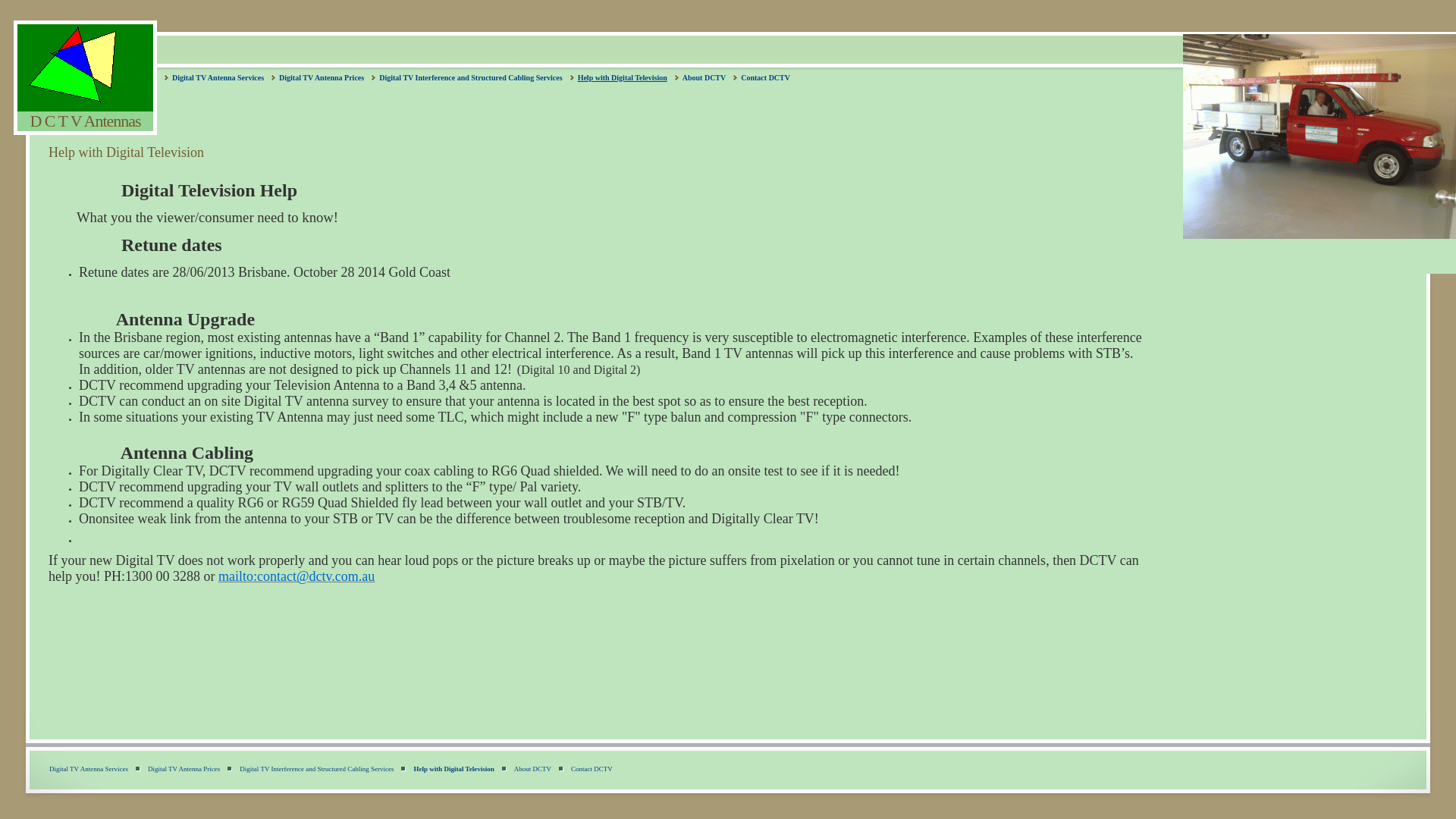 This screenshot has height=819, width=1456. Describe the element at coordinates (320, 77) in the screenshot. I see `'Digital TV Antenna Prices'` at that location.